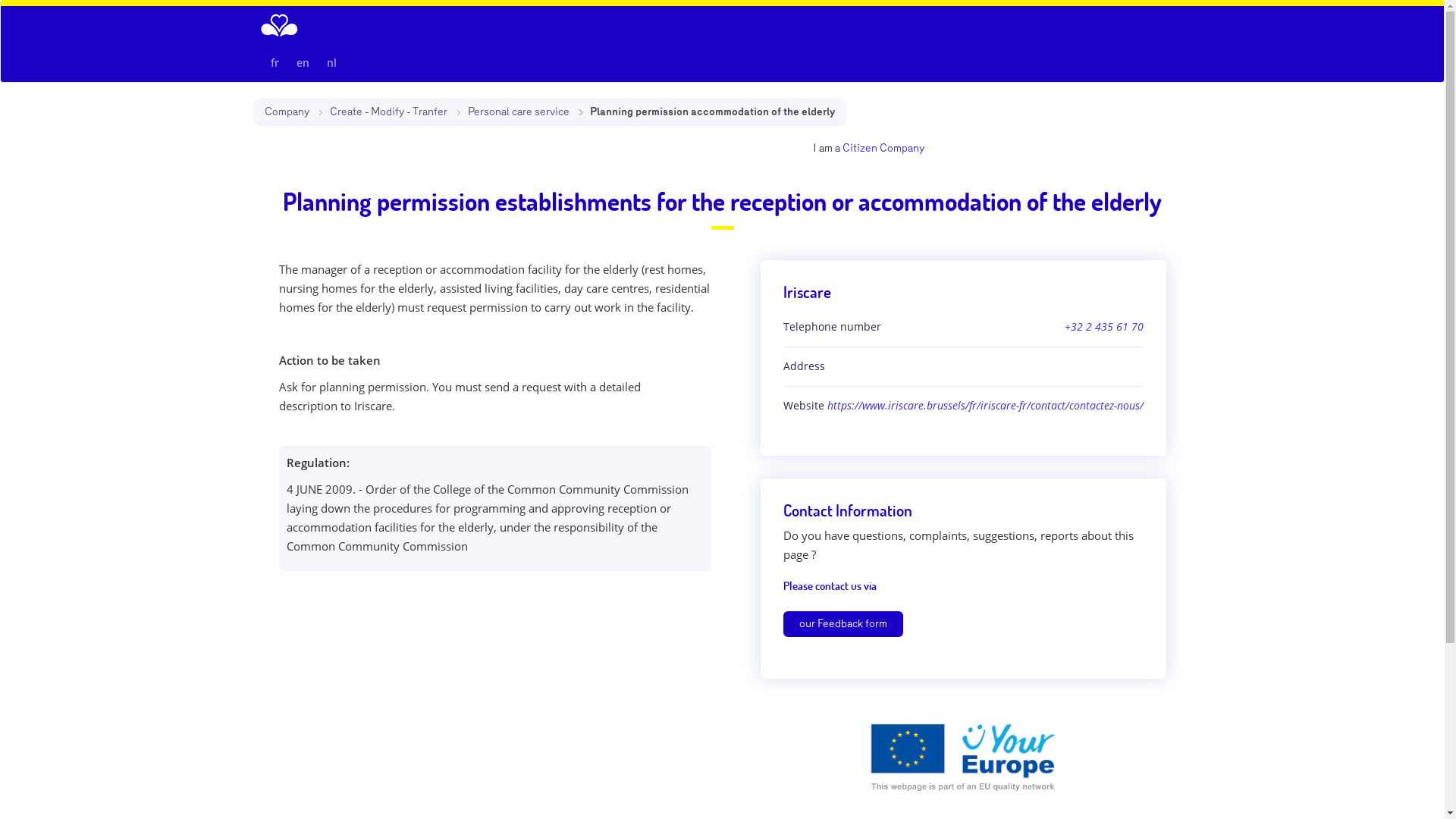 The width and height of the screenshot is (1456, 819). What do you see at coordinates (1103, 326) in the screenshot?
I see `'+32 2 435 61 70'` at bounding box center [1103, 326].